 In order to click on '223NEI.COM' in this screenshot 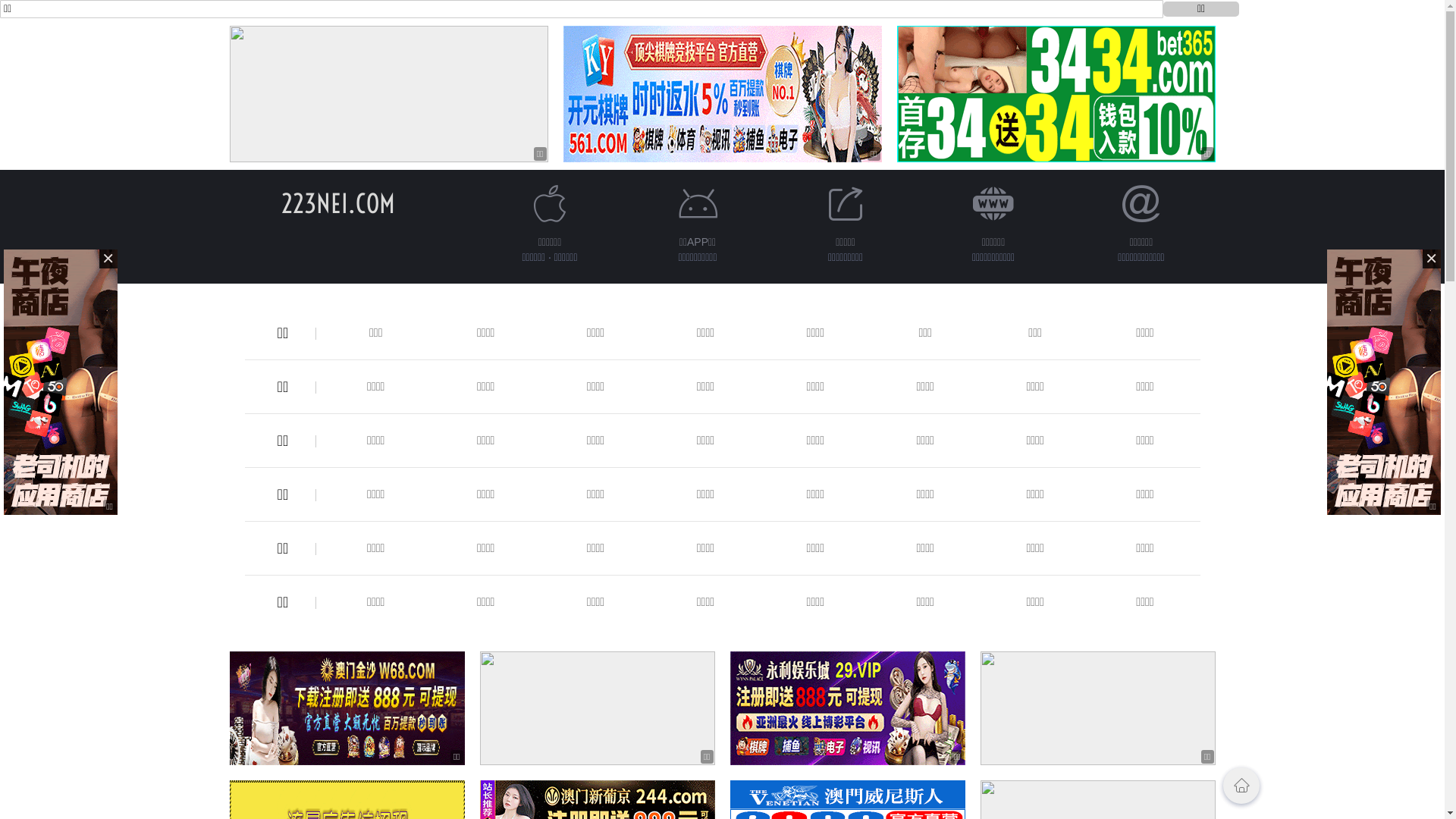, I will do `click(337, 202)`.